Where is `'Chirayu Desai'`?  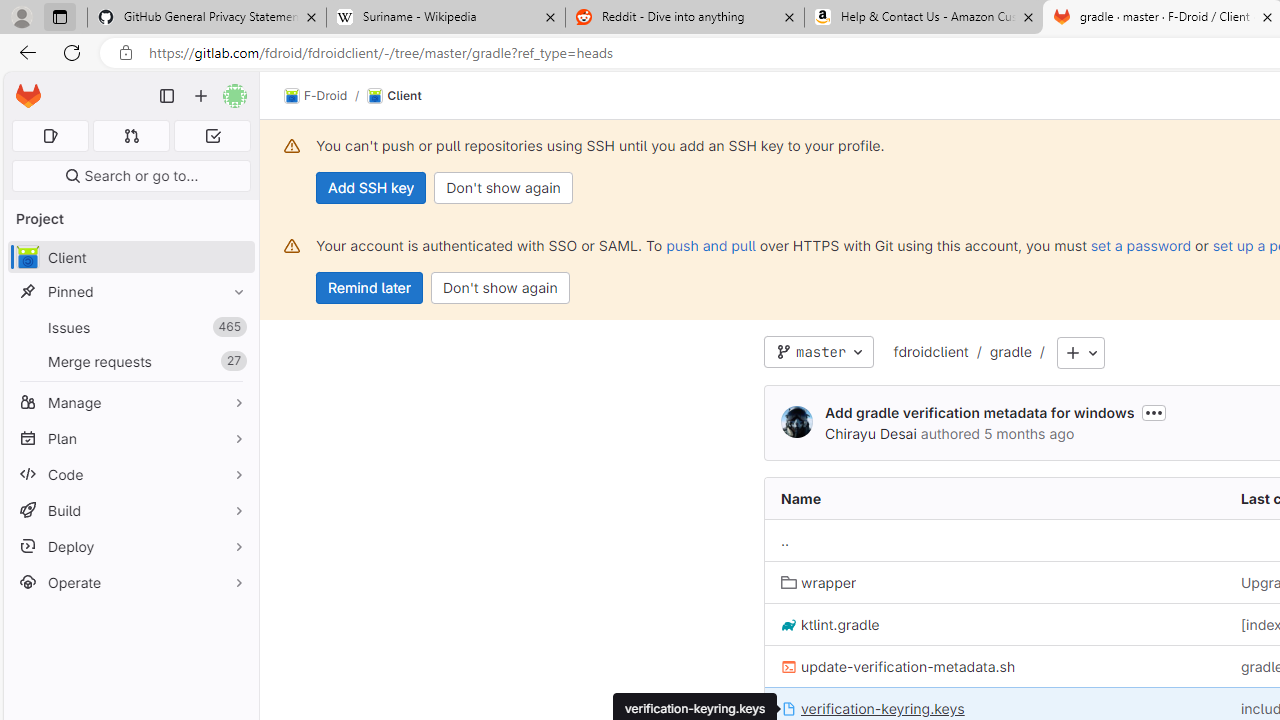
'Chirayu Desai' is located at coordinates (795, 421).